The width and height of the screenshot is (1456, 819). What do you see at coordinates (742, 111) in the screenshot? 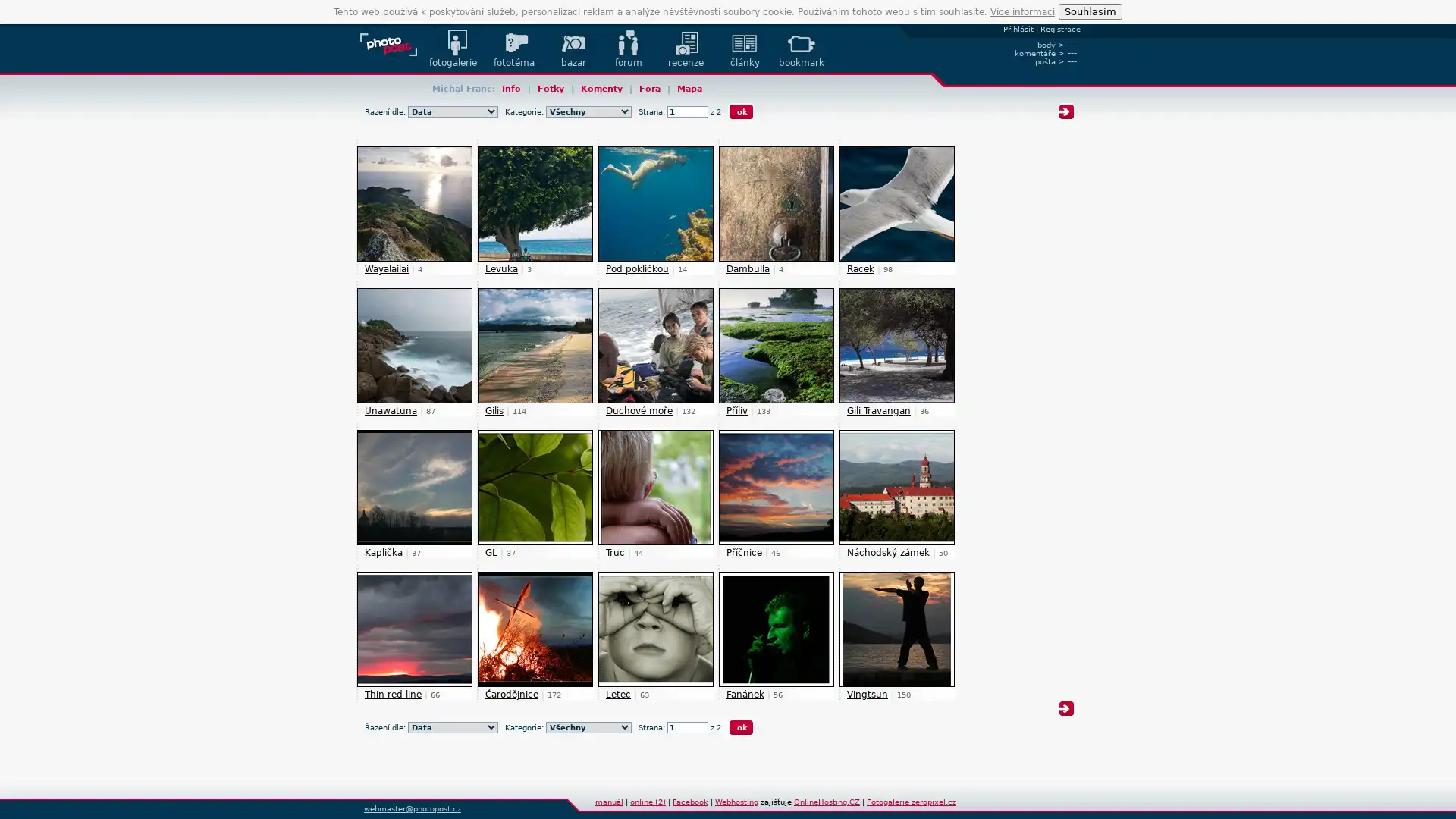
I see `ok` at bounding box center [742, 111].